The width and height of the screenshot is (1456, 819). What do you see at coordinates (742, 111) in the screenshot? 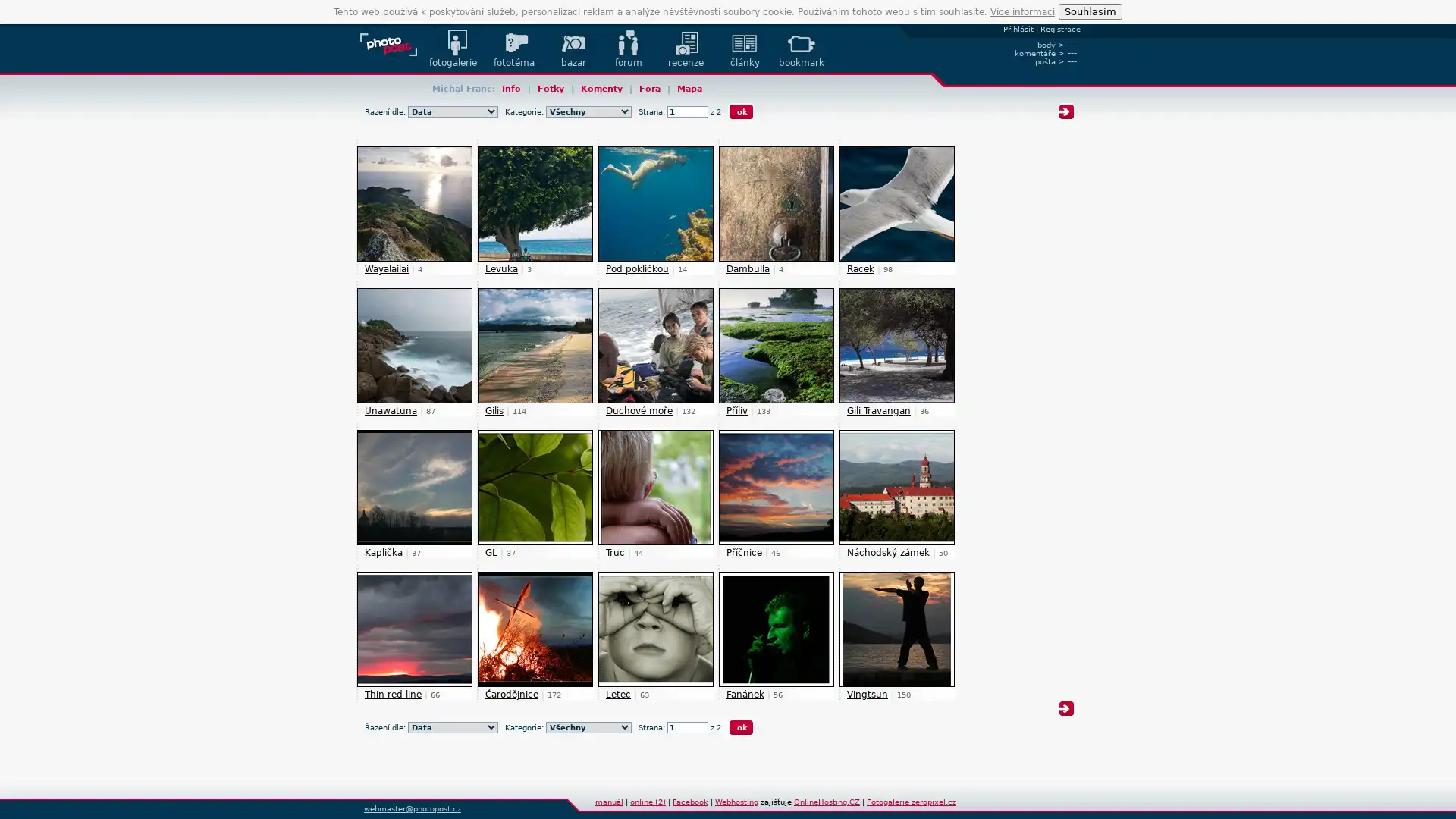
I see `ok` at bounding box center [742, 111].